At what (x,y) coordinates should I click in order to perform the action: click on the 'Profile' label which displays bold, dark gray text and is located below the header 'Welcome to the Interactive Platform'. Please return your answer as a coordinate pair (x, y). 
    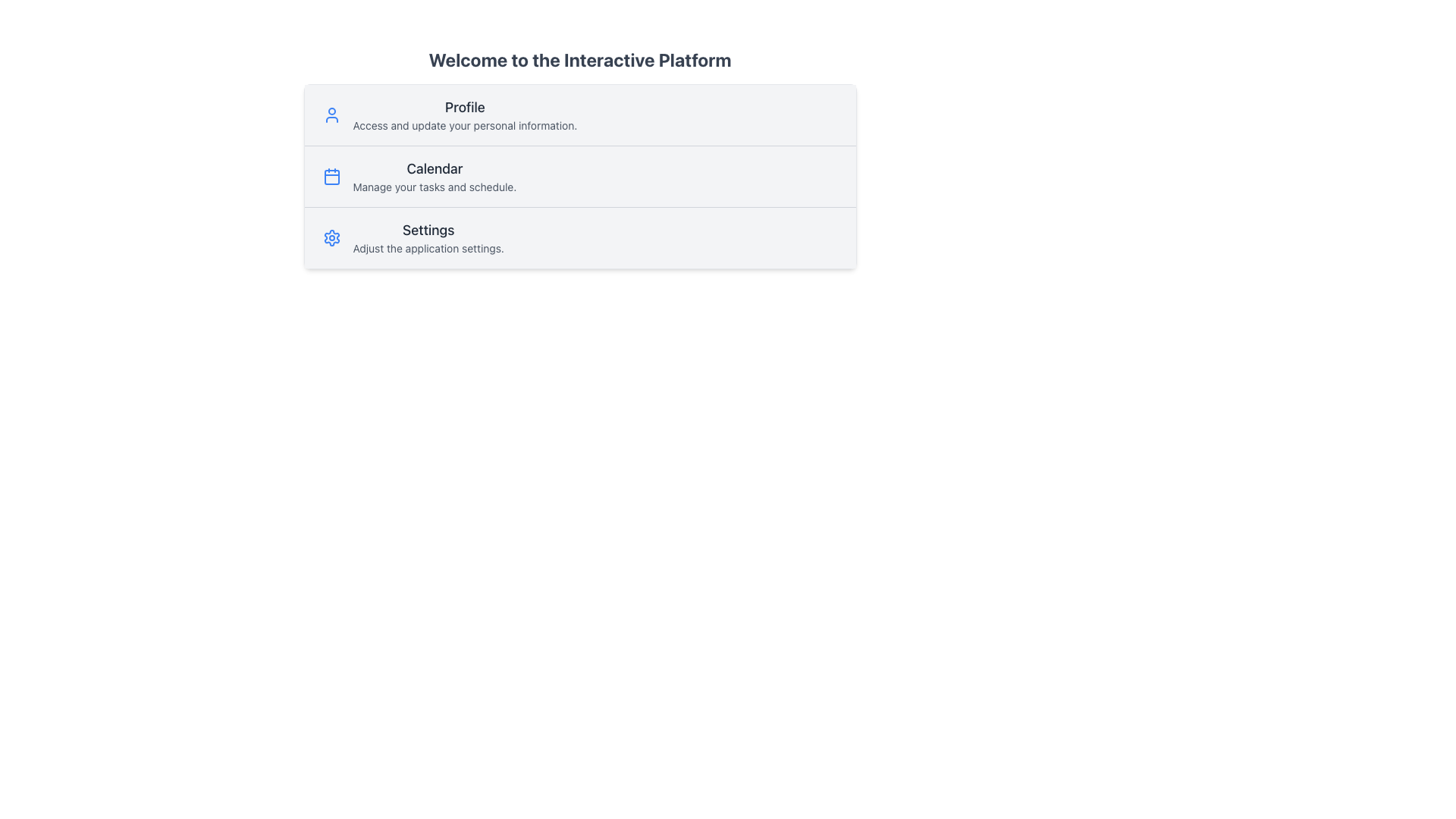
    Looking at the image, I should click on (464, 114).